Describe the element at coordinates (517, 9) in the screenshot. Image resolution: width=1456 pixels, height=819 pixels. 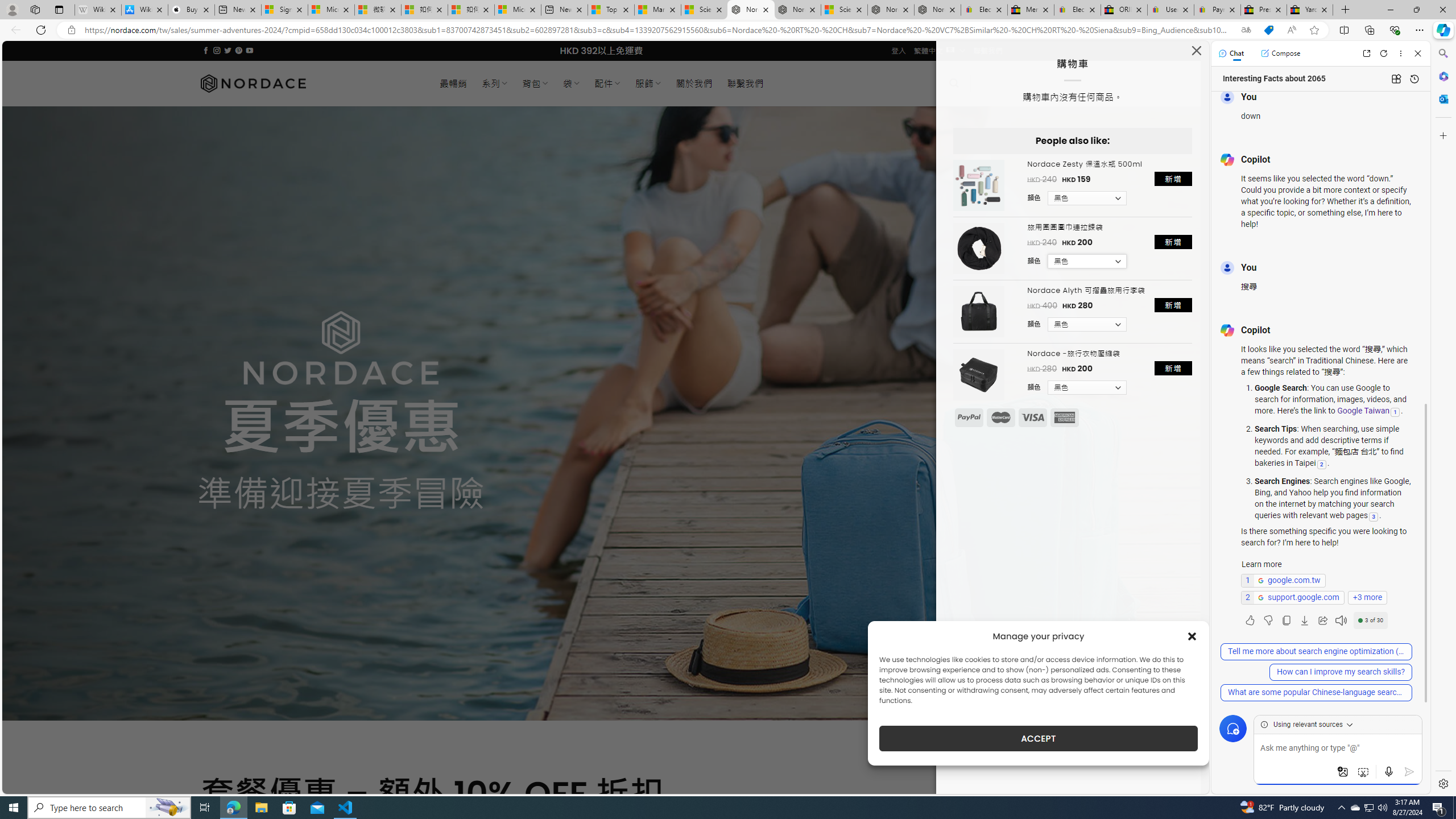
I see `'Microsoft account | Account Checkup'` at that location.